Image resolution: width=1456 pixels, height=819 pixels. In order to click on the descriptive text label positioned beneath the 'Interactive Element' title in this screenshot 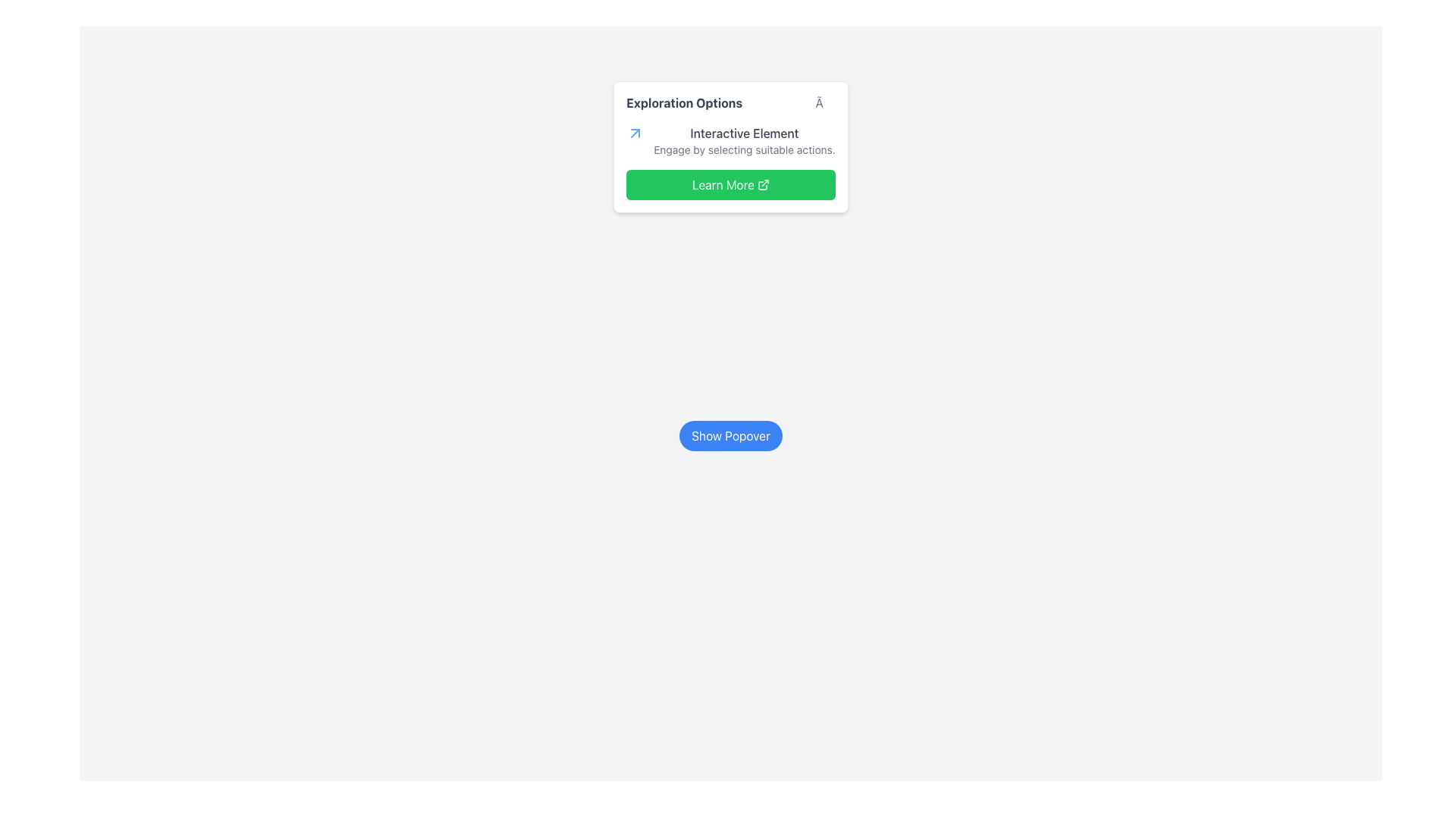, I will do `click(745, 149)`.